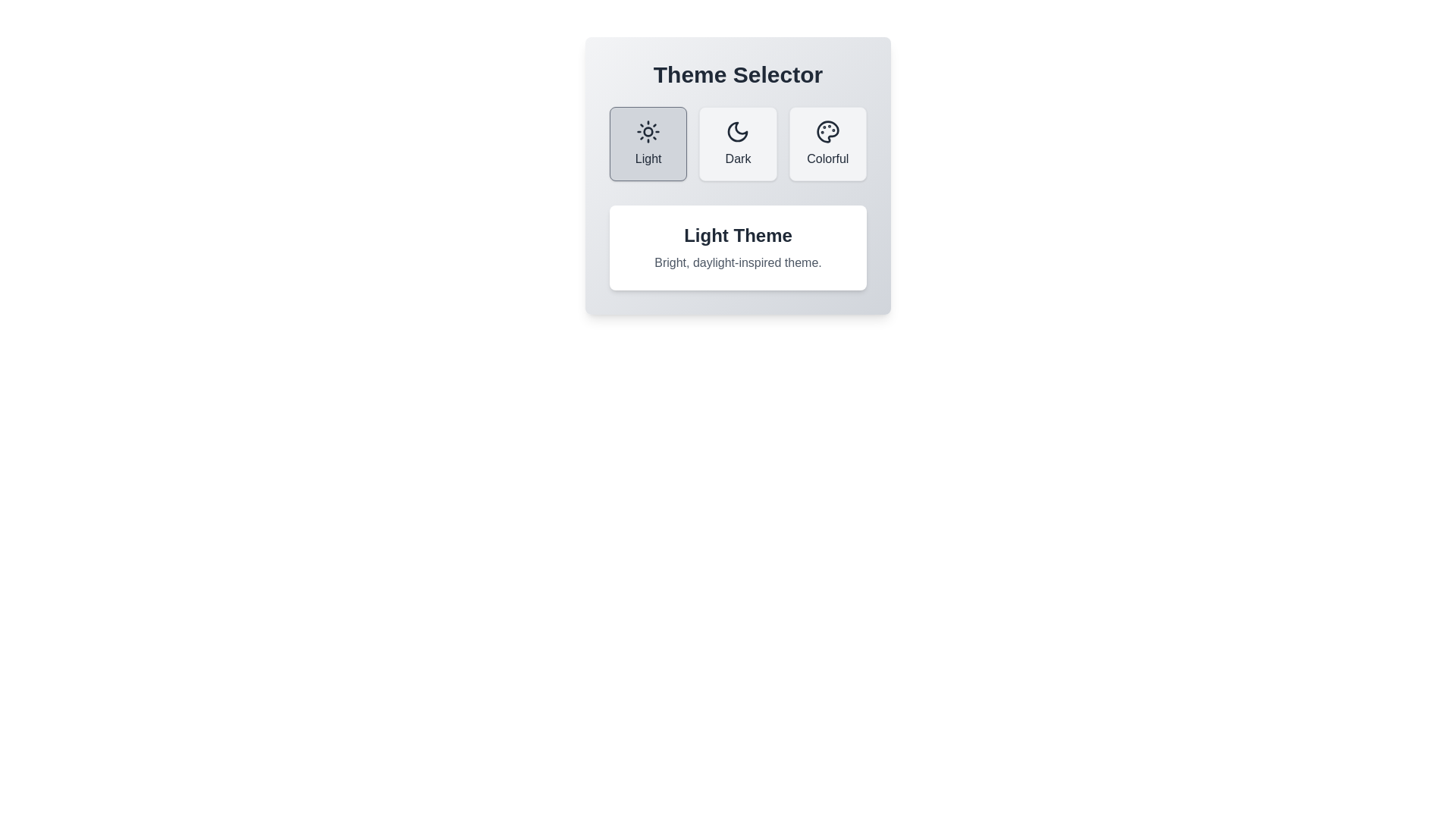 This screenshot has height=819, width=1456. I want to click on the sun-shaped icon located within the 'Light' button in the 'Theme Selector' section, so click(648, 130).